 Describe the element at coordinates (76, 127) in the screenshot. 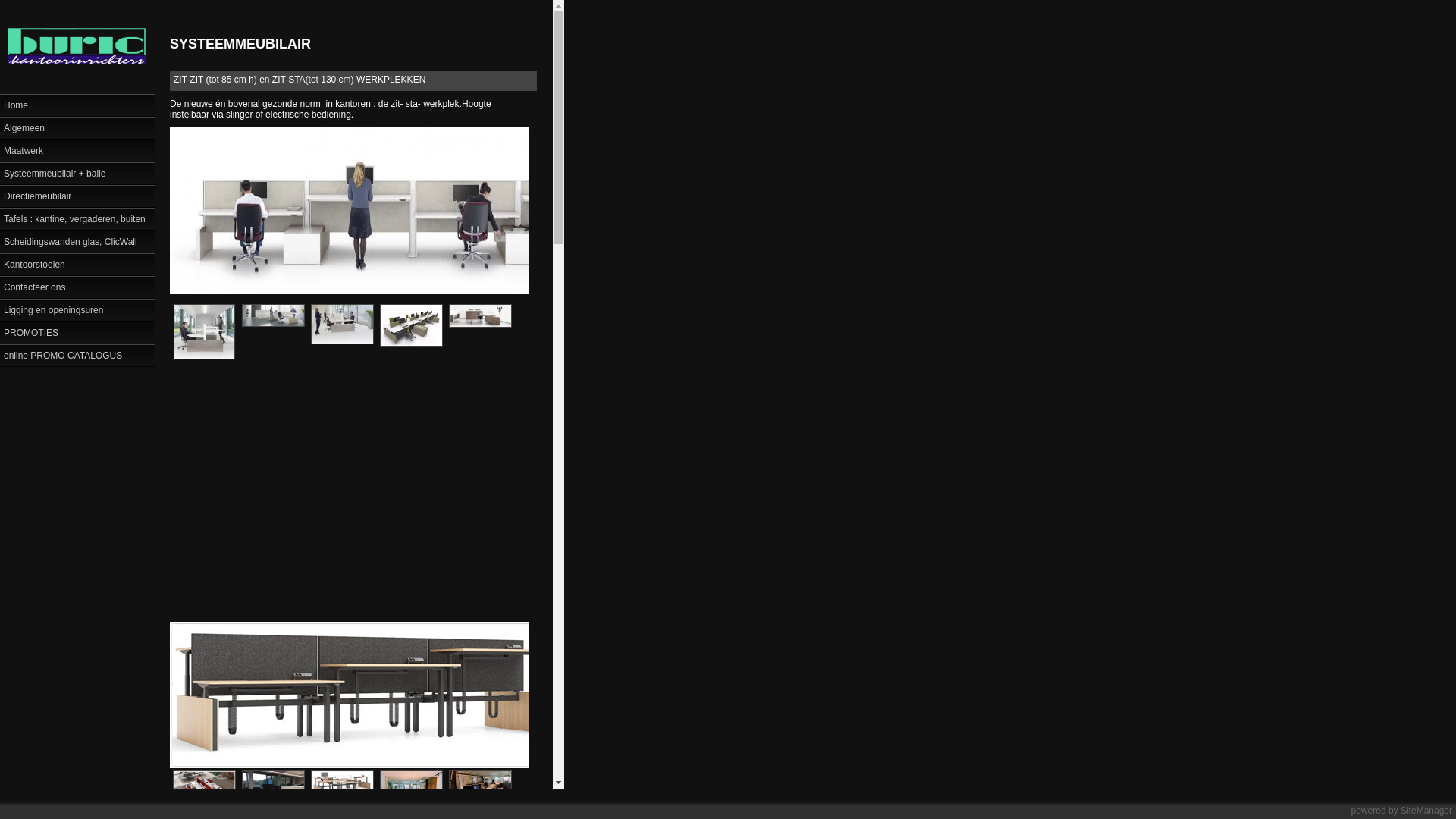

I see `'Algemeen'` at that location.